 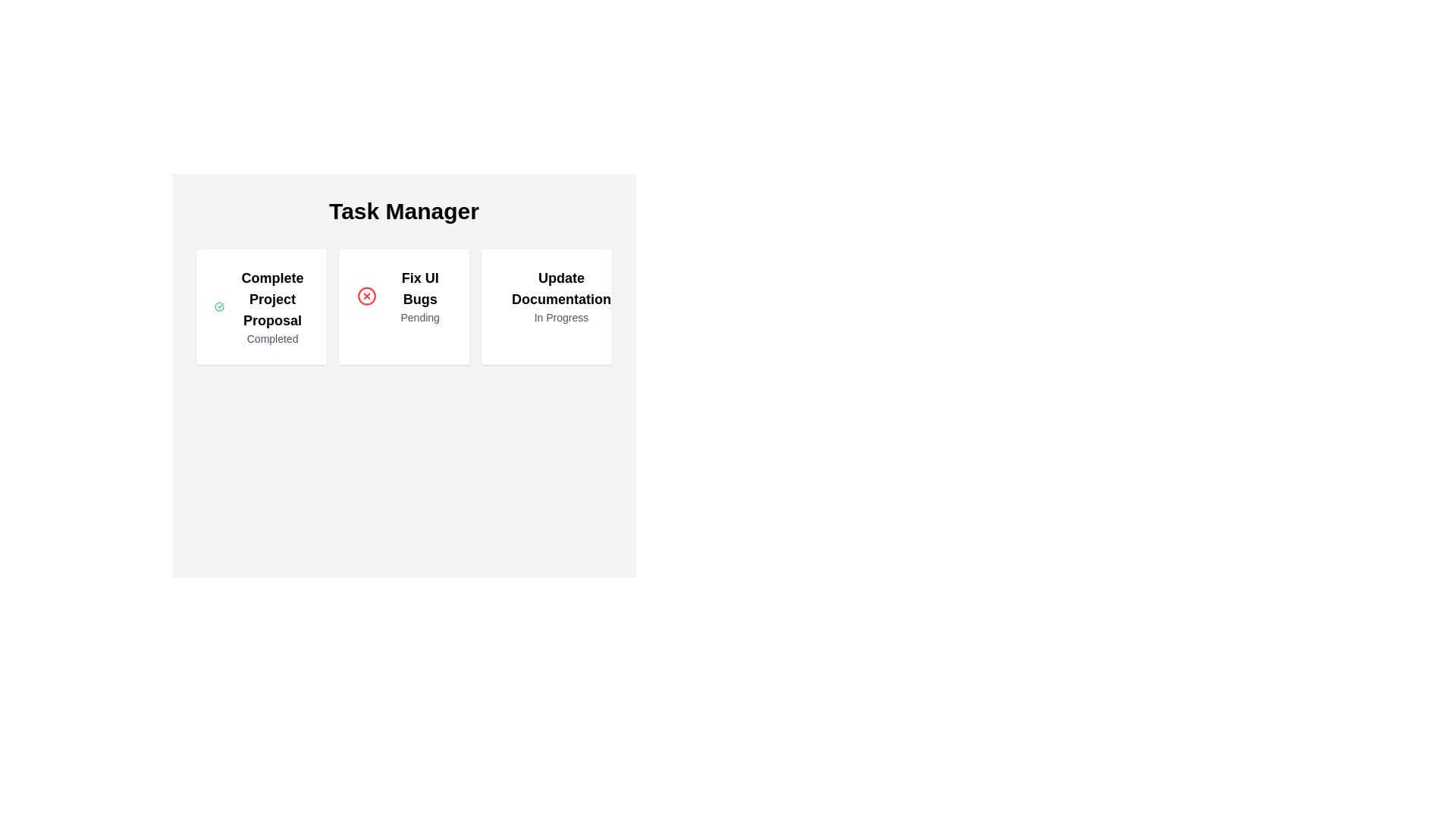 What do you see at coordinates (367, 296) in the screenshot?
I see `the SVG circle representing a notification icon indicating an error or pending status in the second task card titled 'Fix UI Bugs' within the Task Manager interface` at bounding box center [367, 296].